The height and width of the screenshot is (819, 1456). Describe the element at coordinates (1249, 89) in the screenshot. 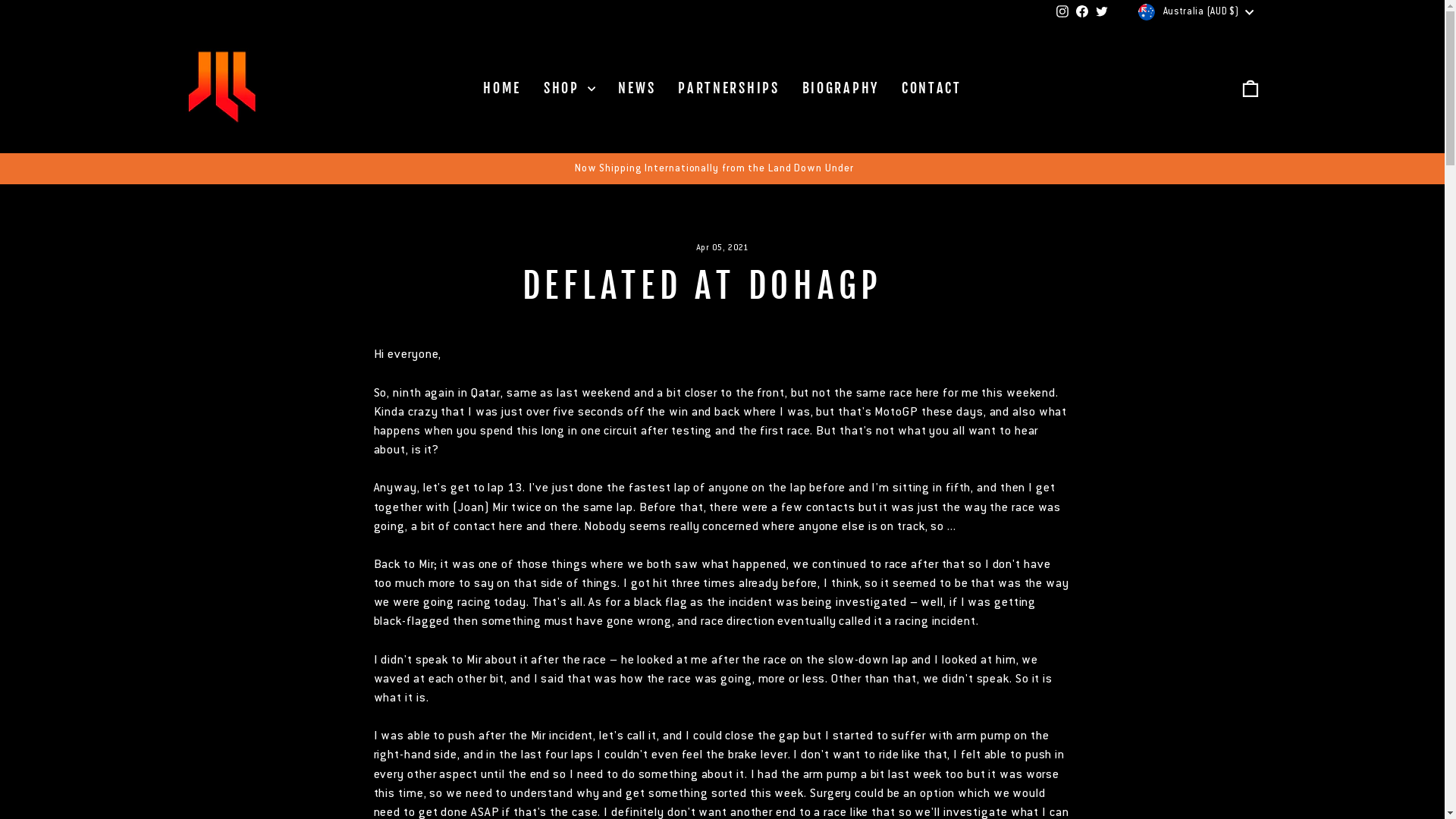

I see `'ICON-BAG-MINIMAL` at that location.